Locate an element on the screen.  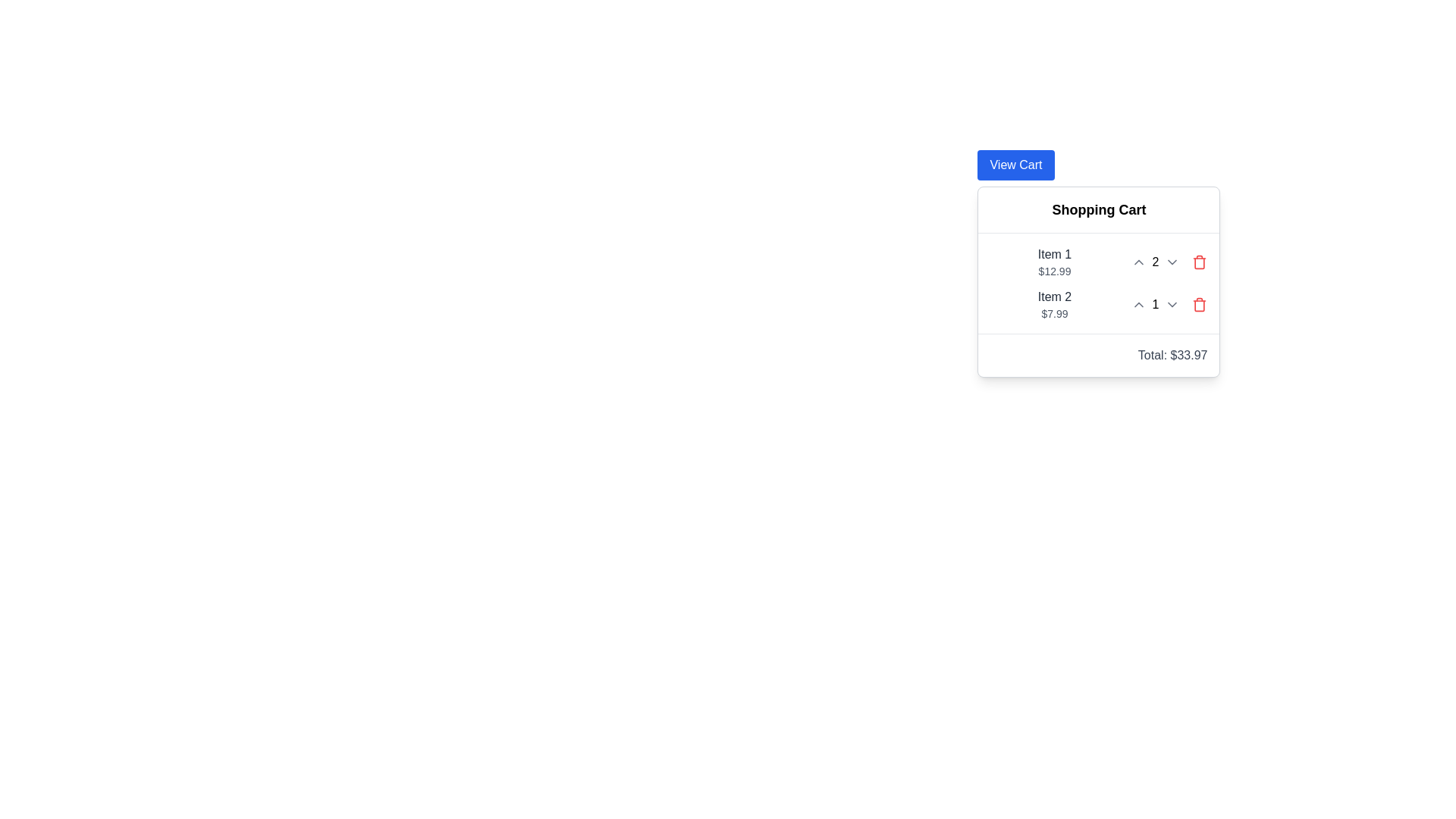
the increase quantity button for 'Item 2' in the shopping cart is located at coordinates (1138, 304).